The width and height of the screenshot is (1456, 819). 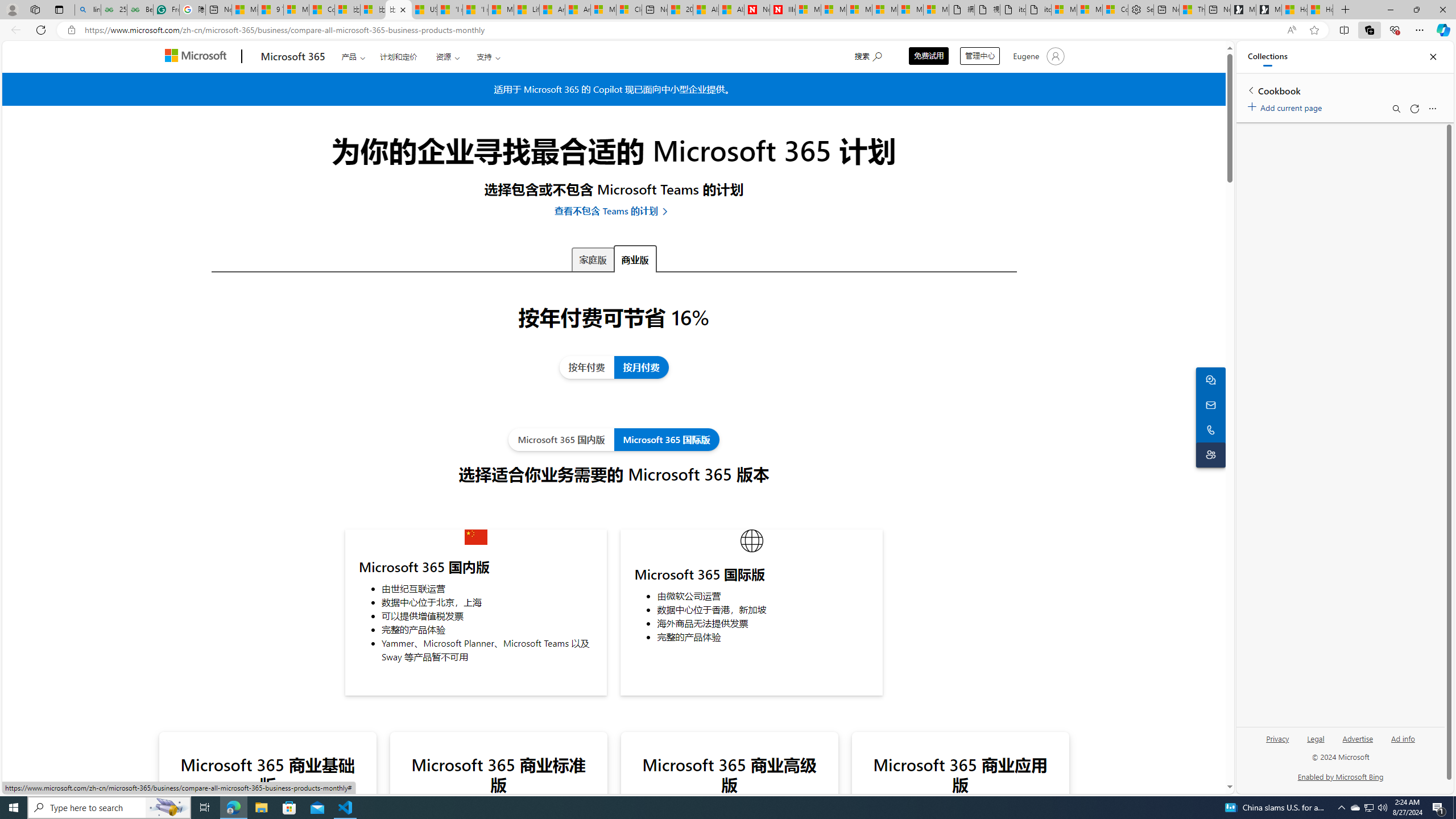 What do you see at coordinates (1038, 9) in the screenshot?
I see `'itconcepthk.com/projector_solutions.mp4'` at bounding box center [1038, 9].